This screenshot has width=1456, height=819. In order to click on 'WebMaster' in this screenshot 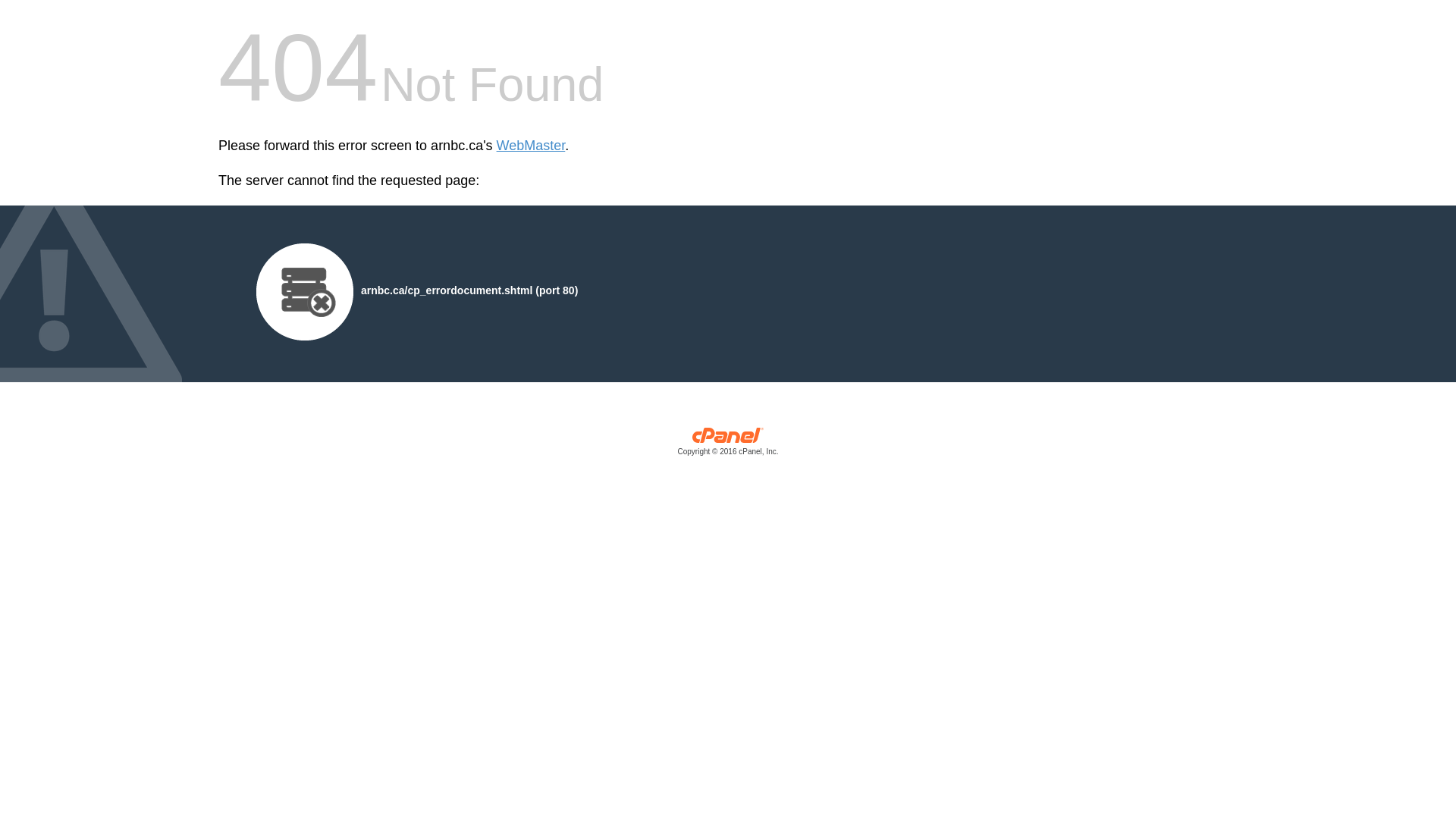, I will do `click(531, 146)`.